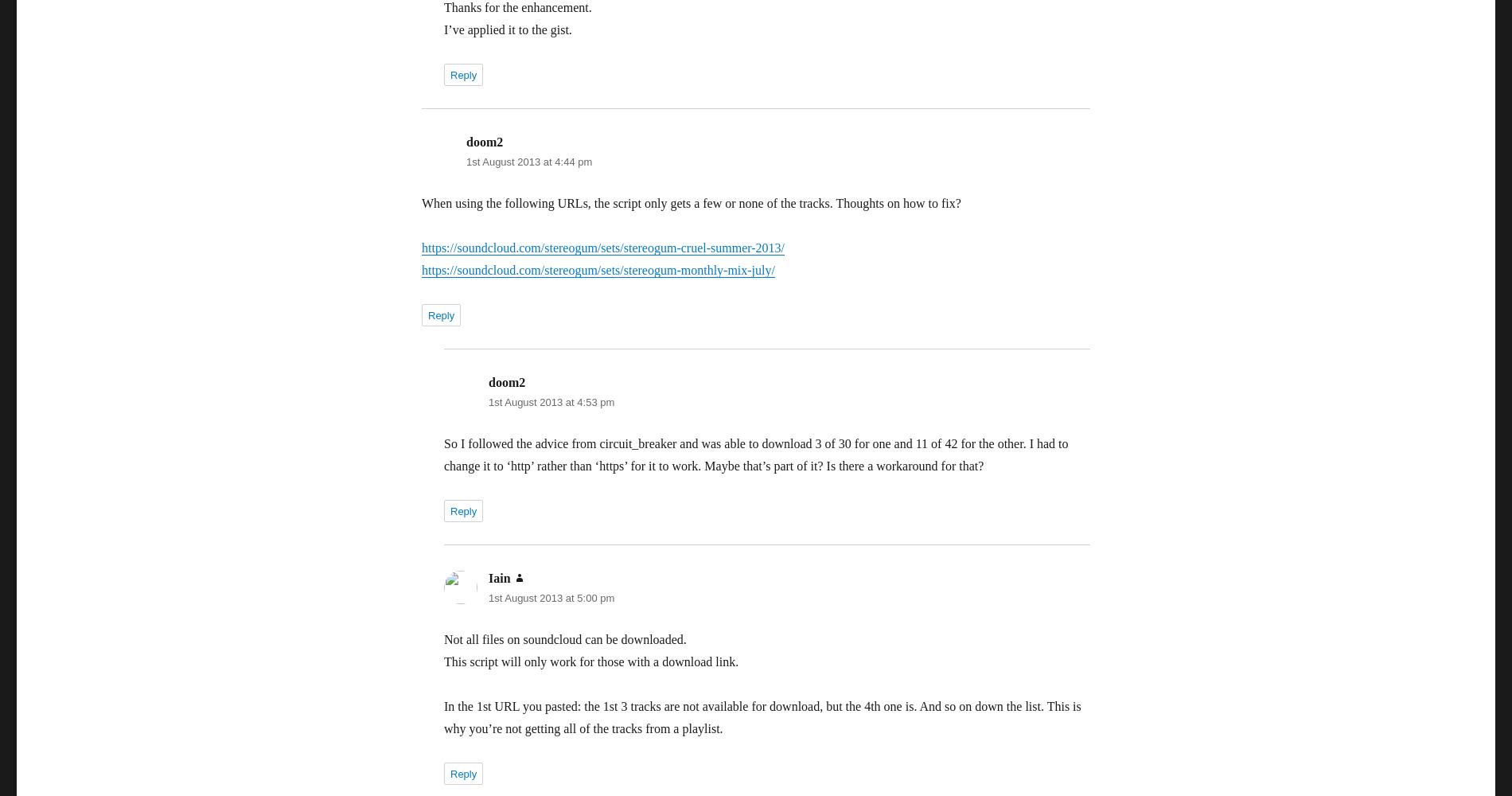 The width and height of the screenshot is (1512, 796). Describe the element at coordinates (551, 598) in the screenshot. I see `'1st August 2013 at 5:00 pm'` at that location.